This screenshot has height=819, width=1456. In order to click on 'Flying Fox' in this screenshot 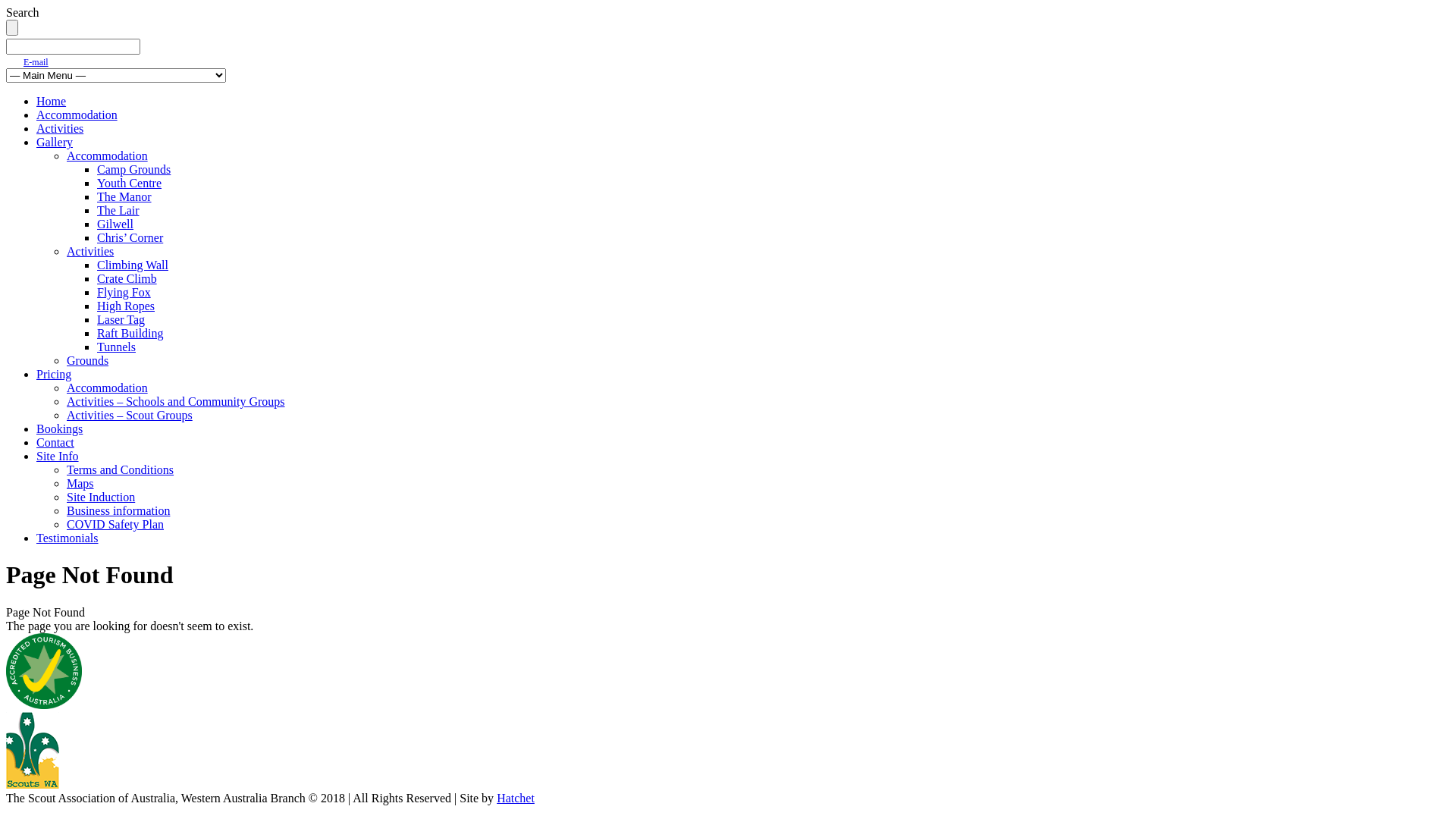, I will do `click(124, 292)`.